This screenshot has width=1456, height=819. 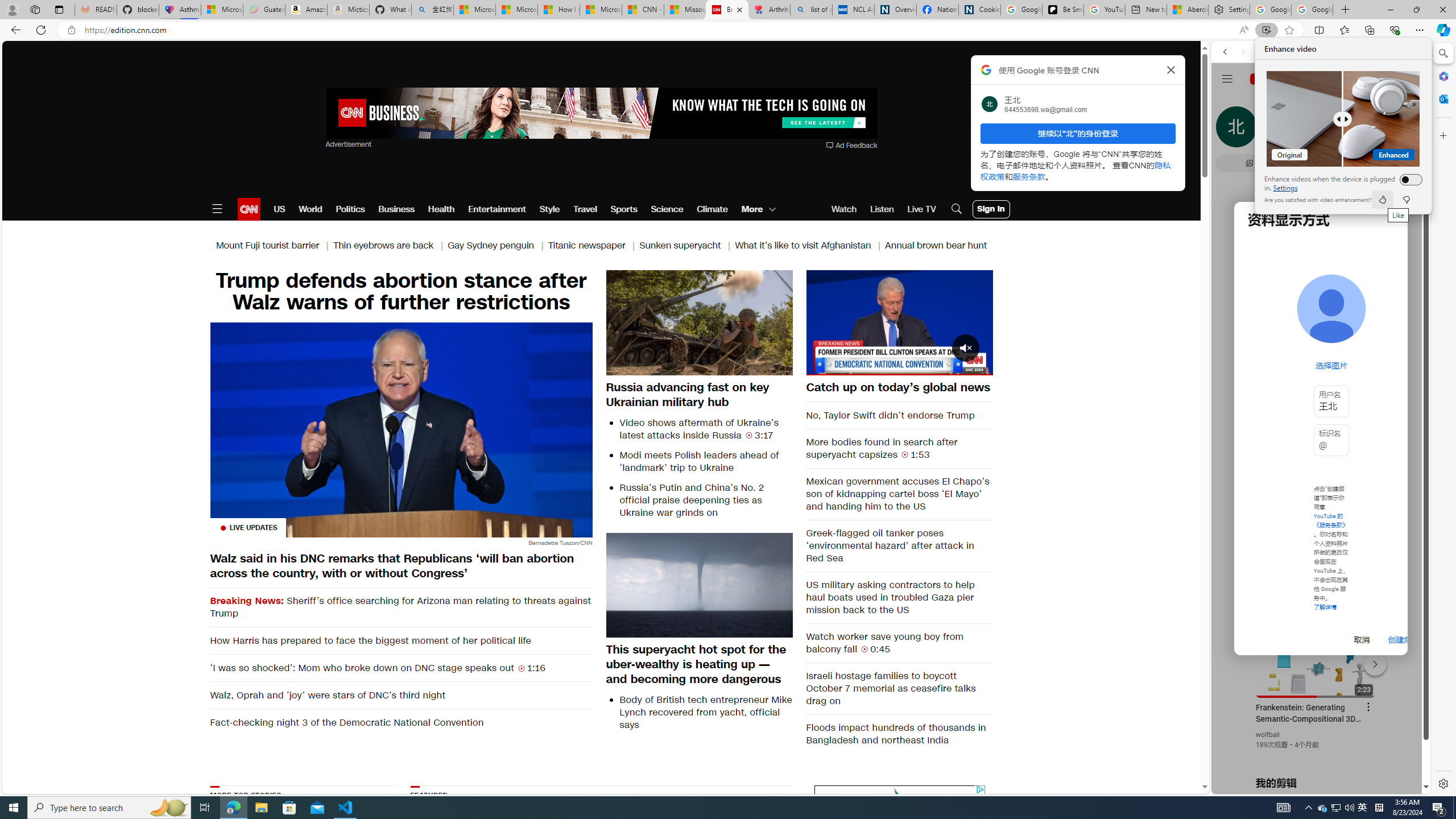 What do you see at coordinates (498, 246) in the screenshot?
I see `'Gay Sydney penguin |'` at bounding box center [498, 246].